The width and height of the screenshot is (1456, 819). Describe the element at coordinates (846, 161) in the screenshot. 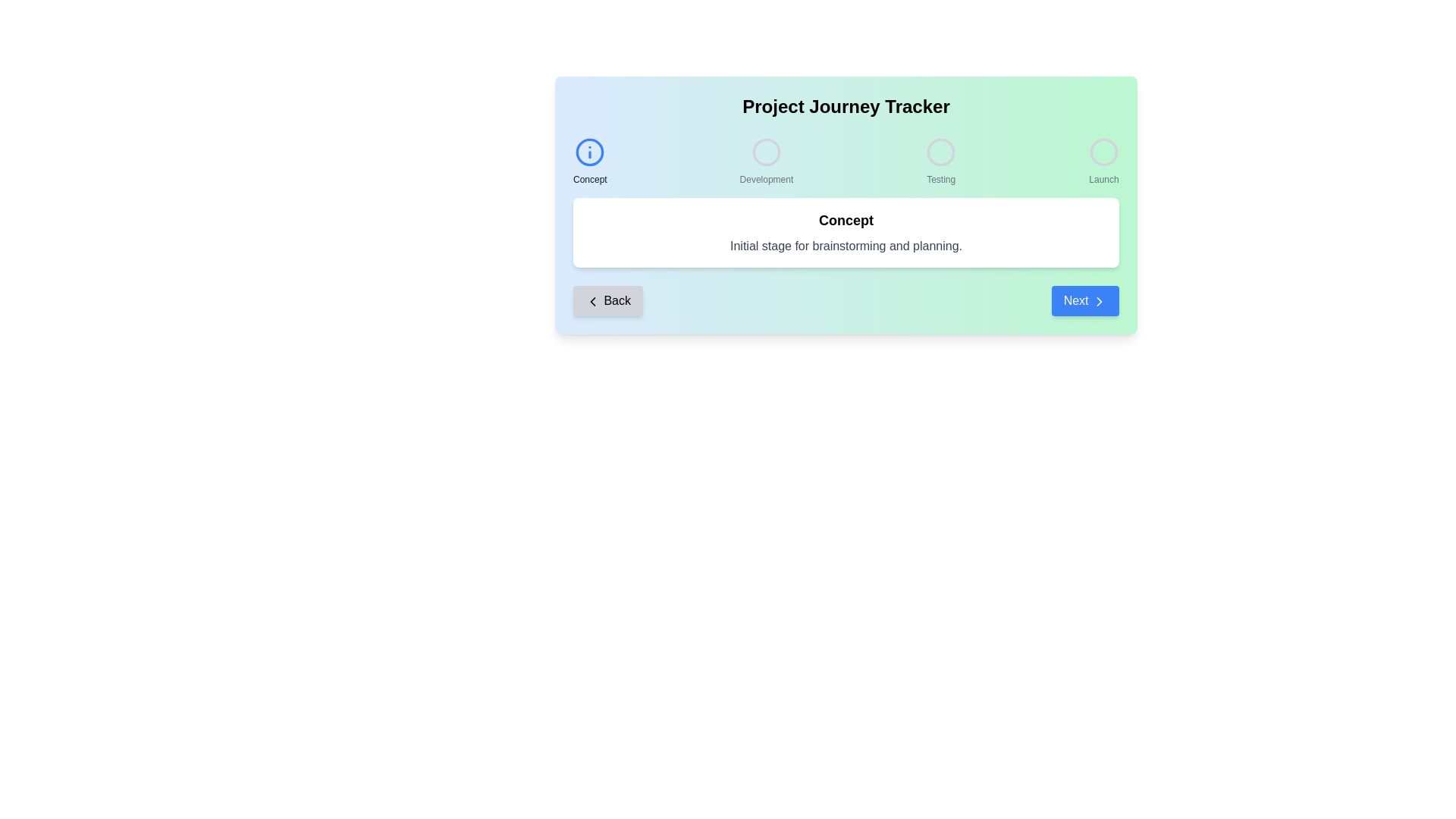

I see `labels of the Progress Indicator located centrally within the 'Project Journey Tracker' panel, which tracks stages of a project: Concept, Development, Testing, and Launch` at that location.